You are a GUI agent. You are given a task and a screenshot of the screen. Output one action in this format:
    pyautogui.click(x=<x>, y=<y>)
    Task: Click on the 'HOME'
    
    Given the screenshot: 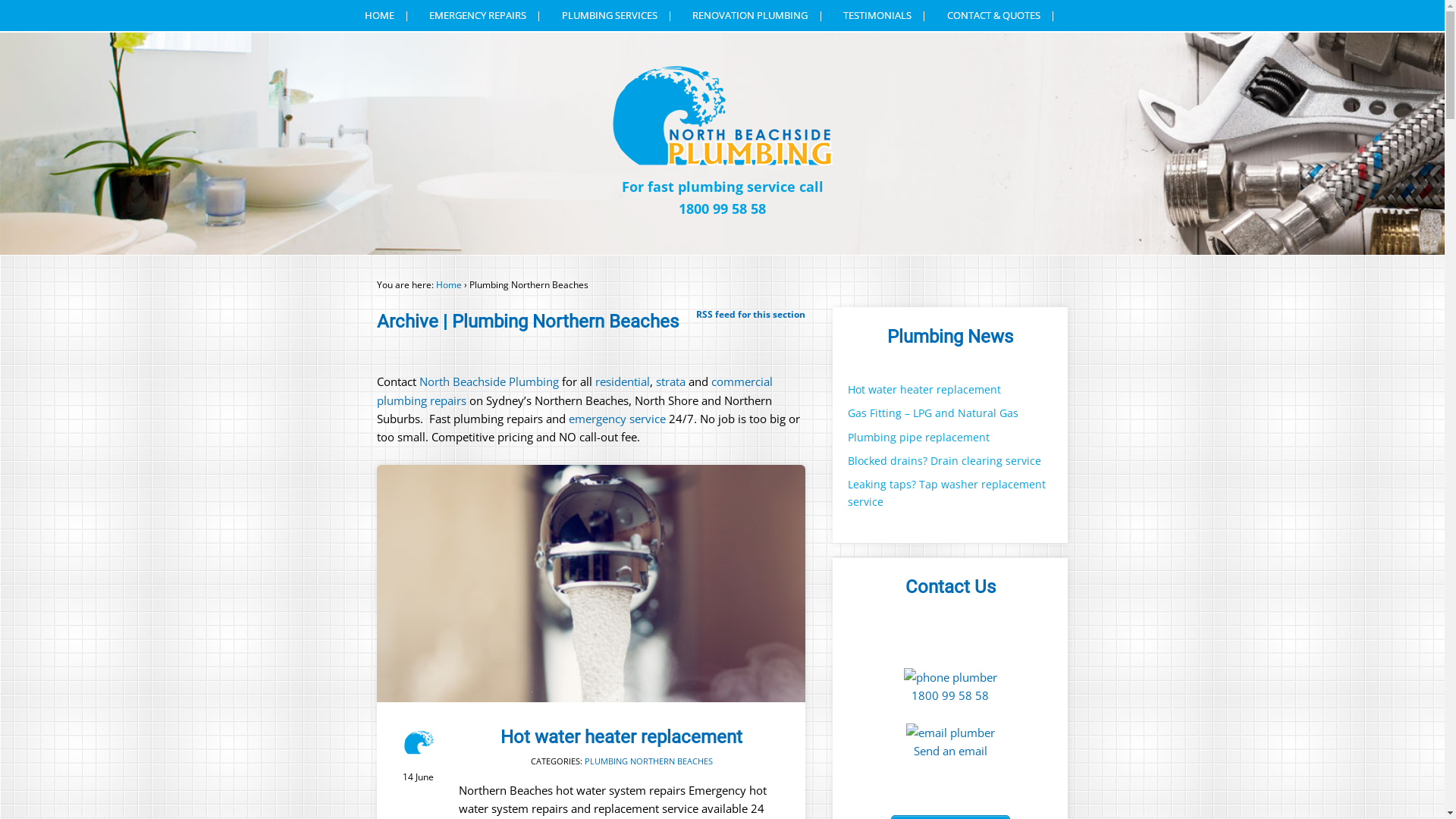 What is the action you would take?
    pyautogui.click(x=353, y=15)
    